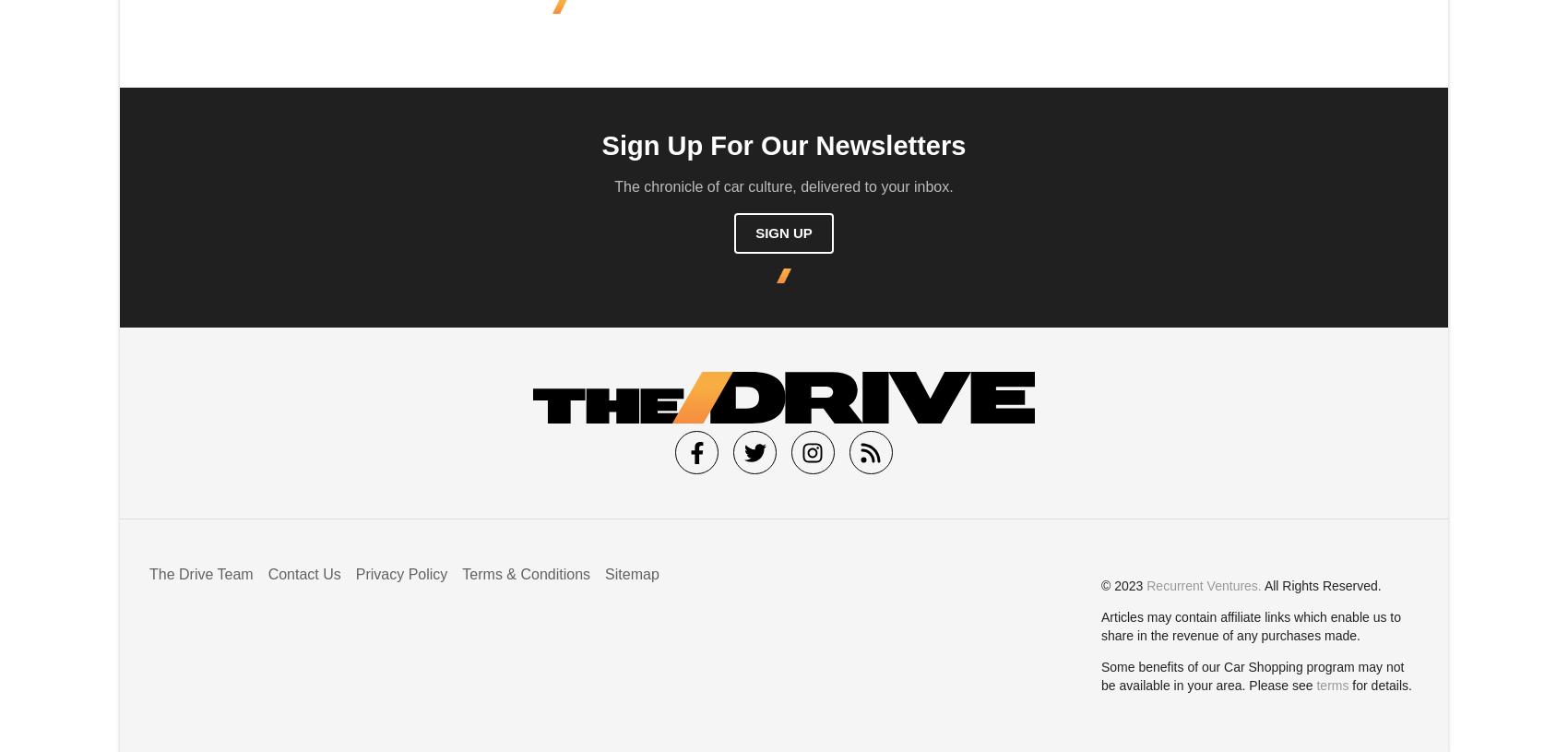 This screenshot has width=1568, height=752. Describe the element at coordinates (1251, 625) in the screenshot. I see `'Articles may contain affiliate links which enable us to share in the revenue of any purchases made.'` at that location.